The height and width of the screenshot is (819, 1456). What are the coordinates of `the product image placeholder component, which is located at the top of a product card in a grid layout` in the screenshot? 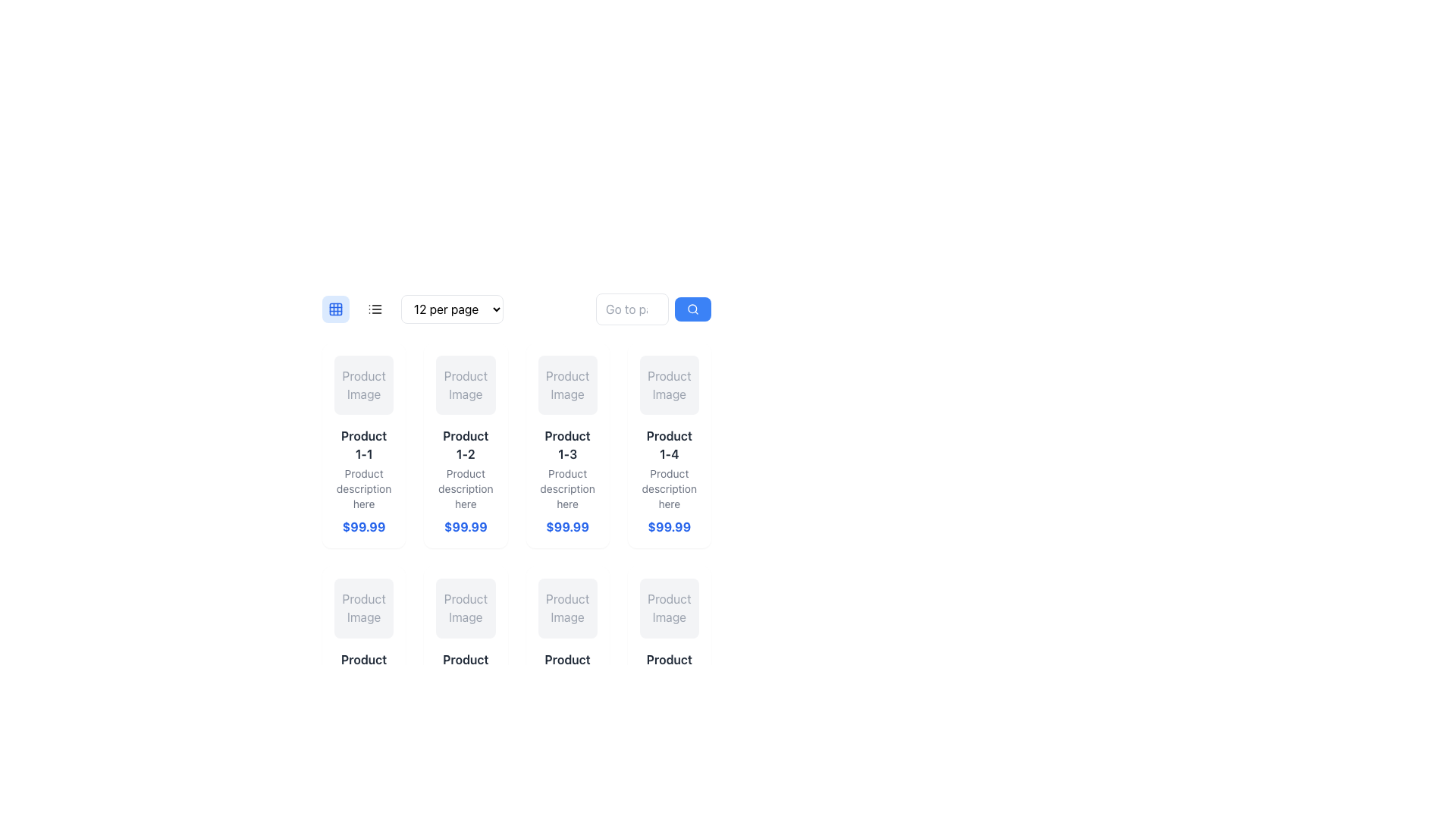 It's located at (465, 607).